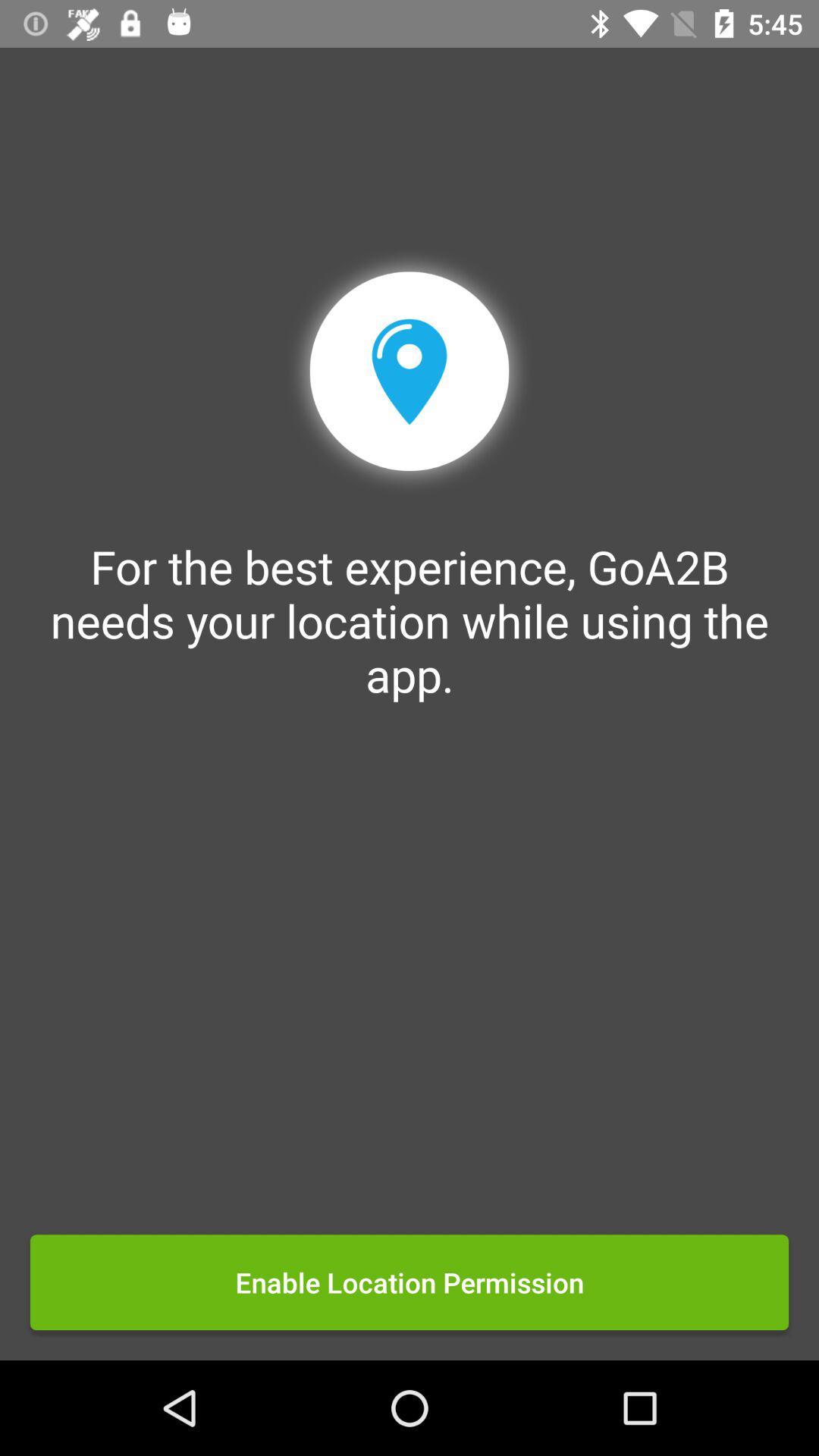  What do you see at coordinates (409, 1282) in the screenshot?
I see `icon below for the best item` at bounding box center [409, 1282].